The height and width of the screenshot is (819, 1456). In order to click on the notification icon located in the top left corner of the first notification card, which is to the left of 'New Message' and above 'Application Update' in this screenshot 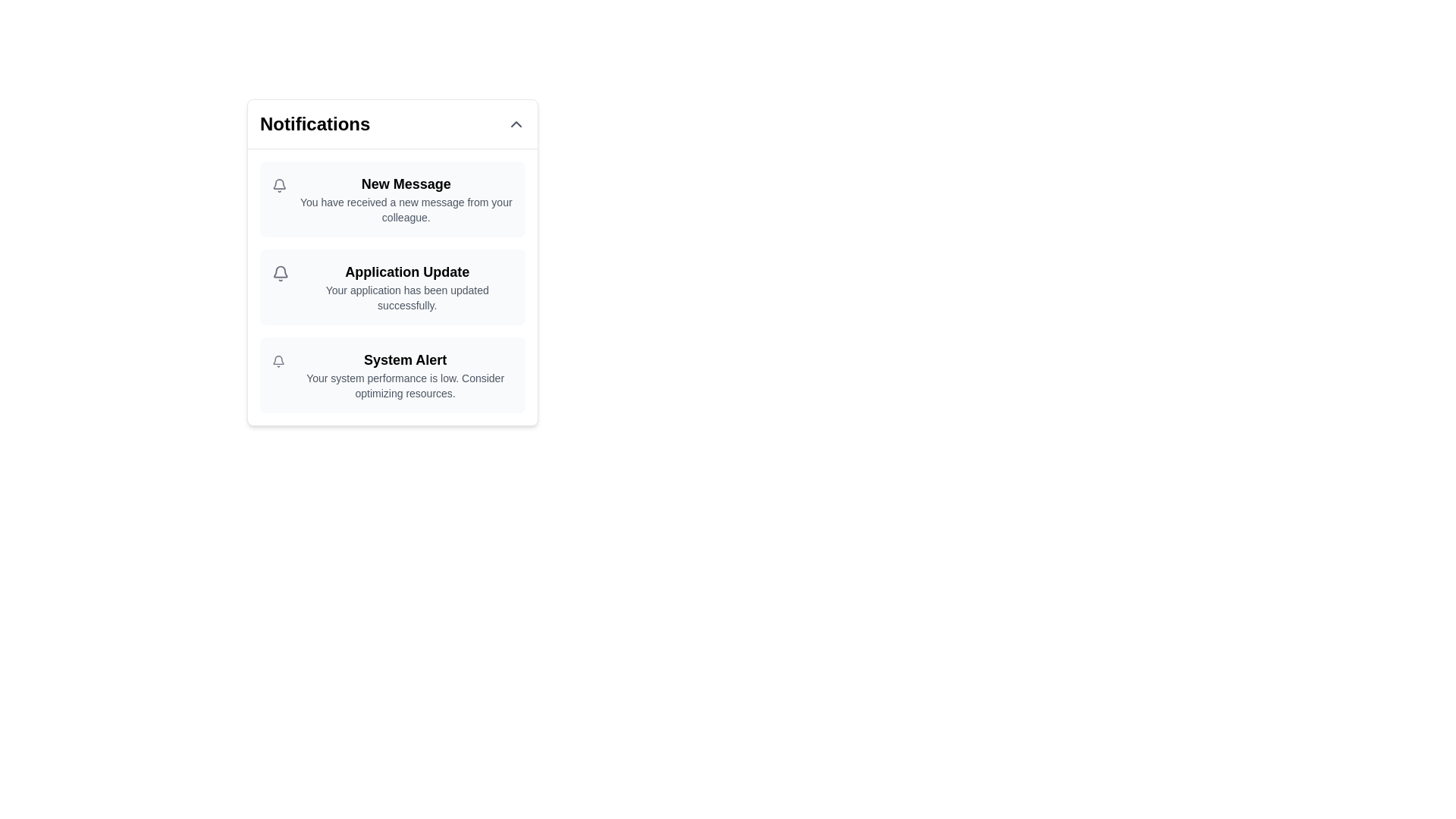, I will do `click(279, 185)`.